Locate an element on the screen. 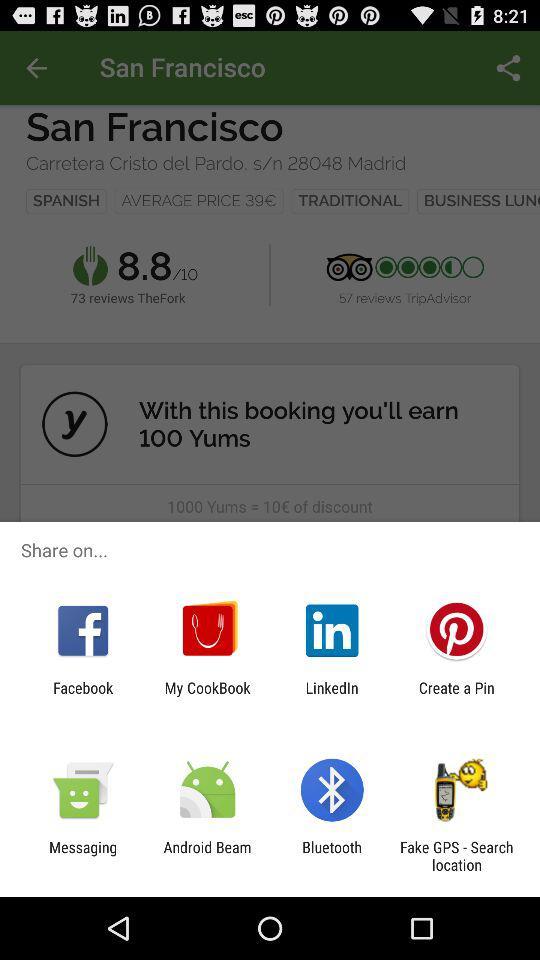  app to the right of android beam app is located at coordinates (332, 855).